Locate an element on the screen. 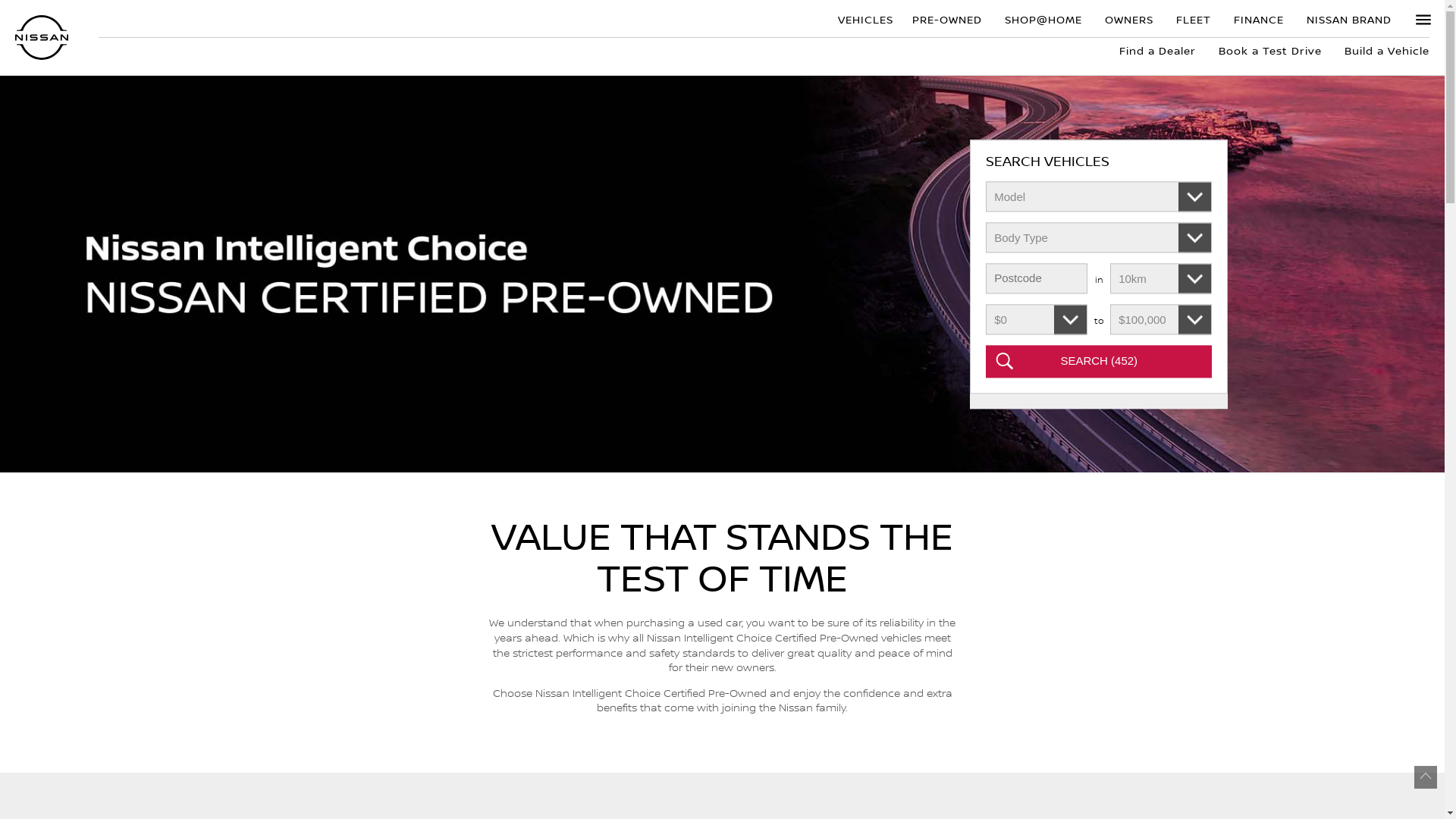 Image resolution: width=1456 pixels, height=819 pixels. 'VEHICLES' is located at coordinates (863, 18).